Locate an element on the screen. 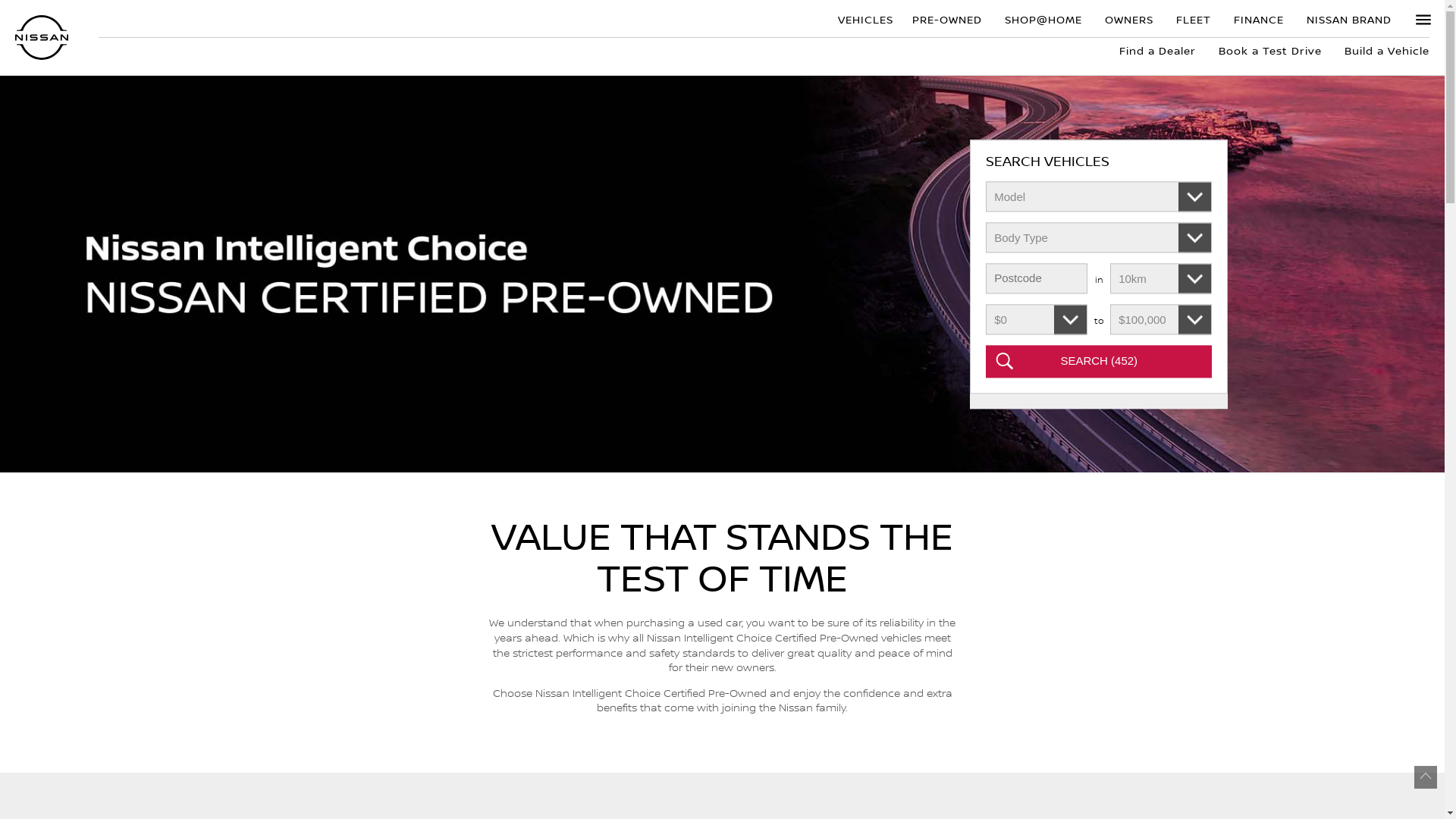 Image resolution: width=1456 pixels, height=819 pixels. 'VEHICLES' is located at coordinates (863, 18).